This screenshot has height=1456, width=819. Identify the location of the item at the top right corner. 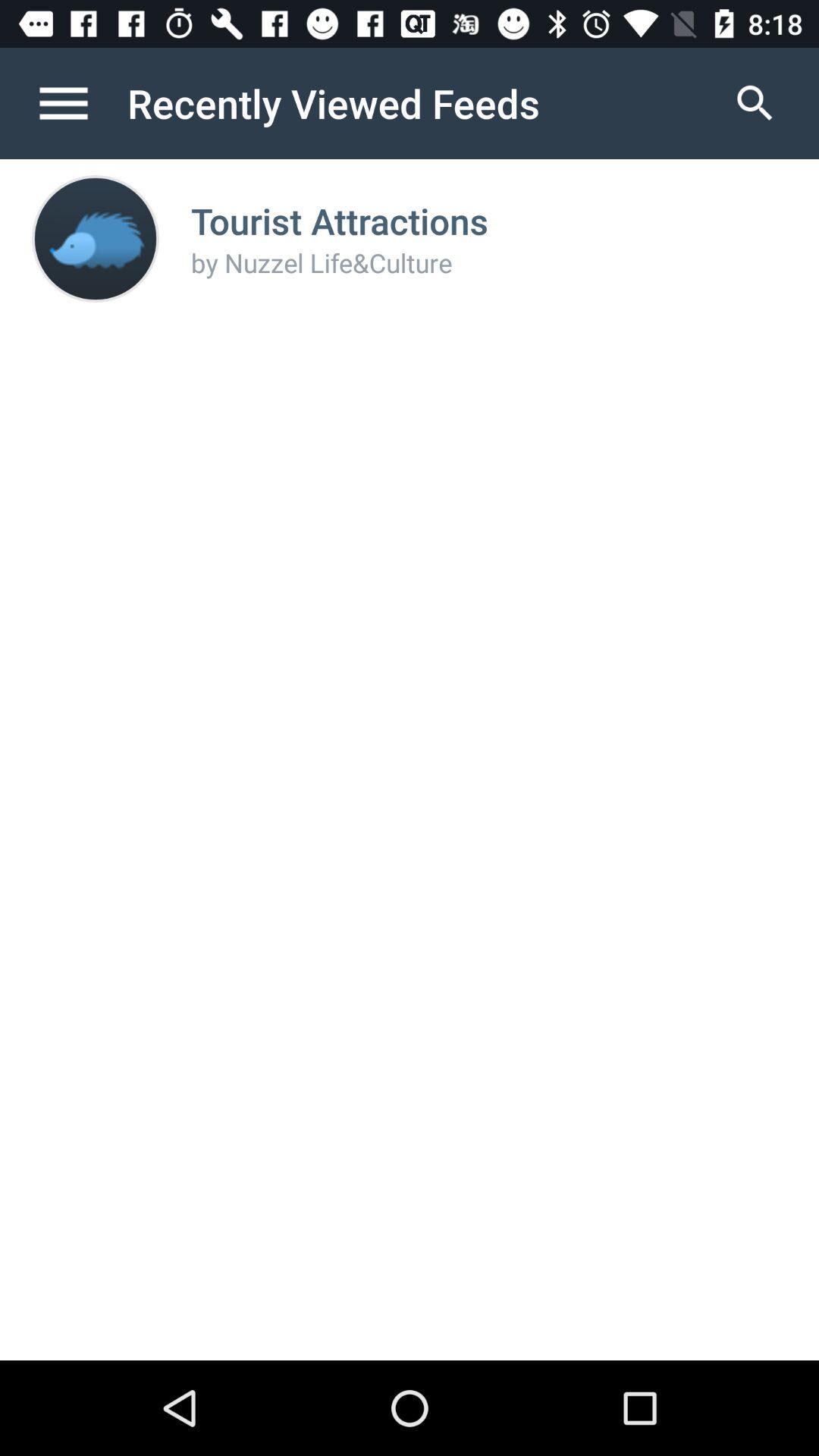
(755, 102).